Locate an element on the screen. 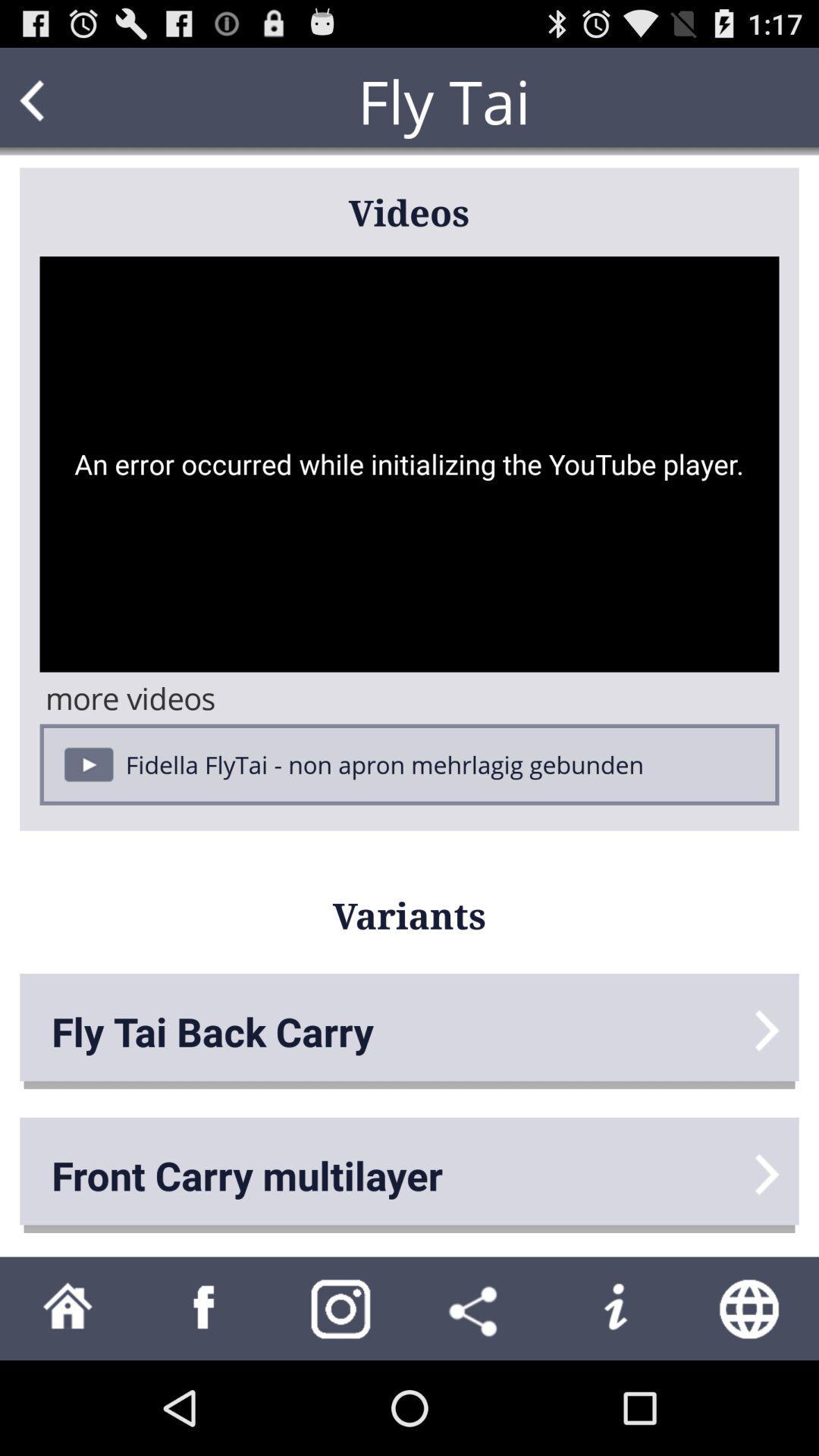 The width and height of the screenshot is (819, 1456). the share icon is located at coordinates (476, 1400).